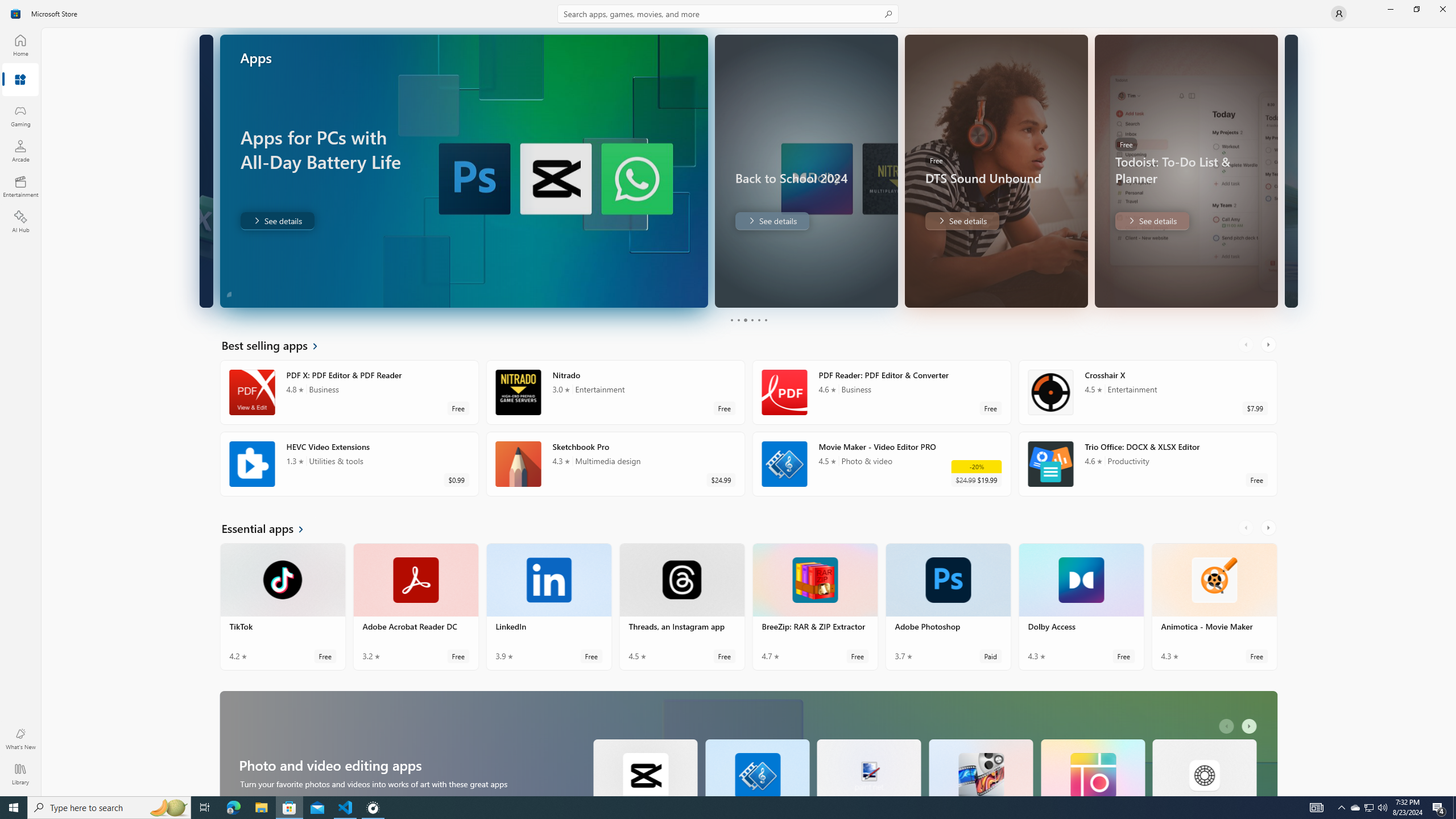 The image size is (1456, 819). What do you see at coordinates (1092, 767) in the screenshot?
I see `'Pic Collage. Average rating of 4.8 out of five stars. Free  '` at bounding box center [1092, 767].